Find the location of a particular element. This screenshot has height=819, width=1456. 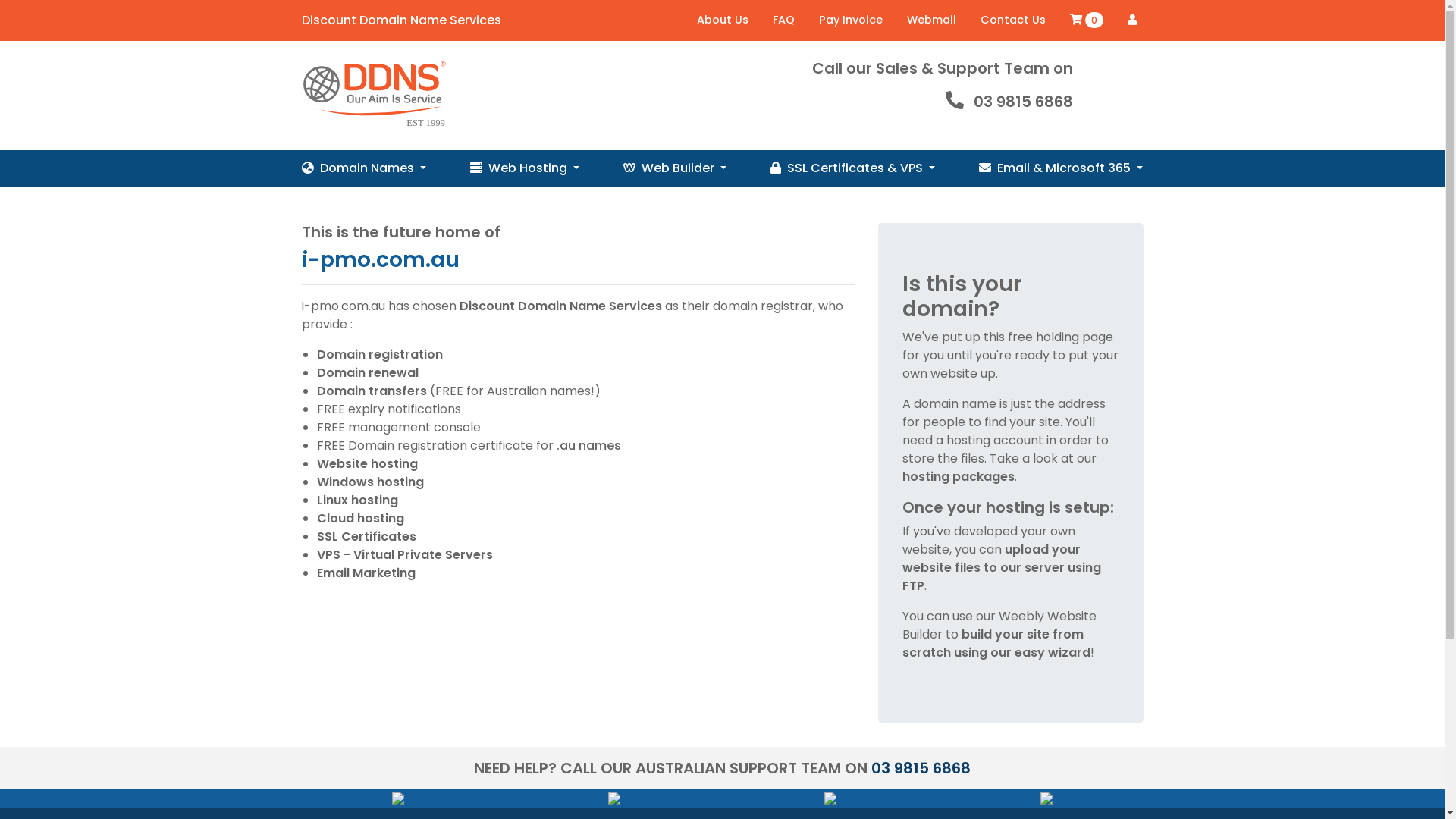

'Login' is located at coordinates (1131, 20).